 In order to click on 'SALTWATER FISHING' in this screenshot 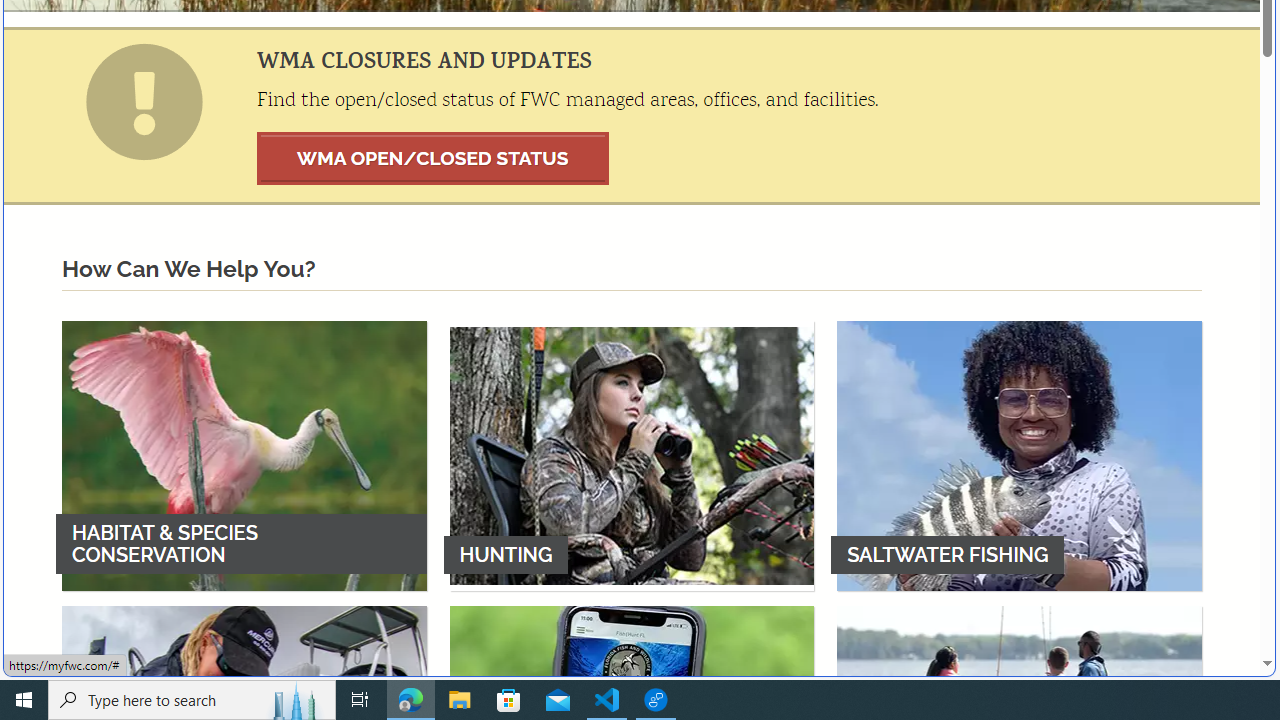, I will do `click(1019, 455)`.